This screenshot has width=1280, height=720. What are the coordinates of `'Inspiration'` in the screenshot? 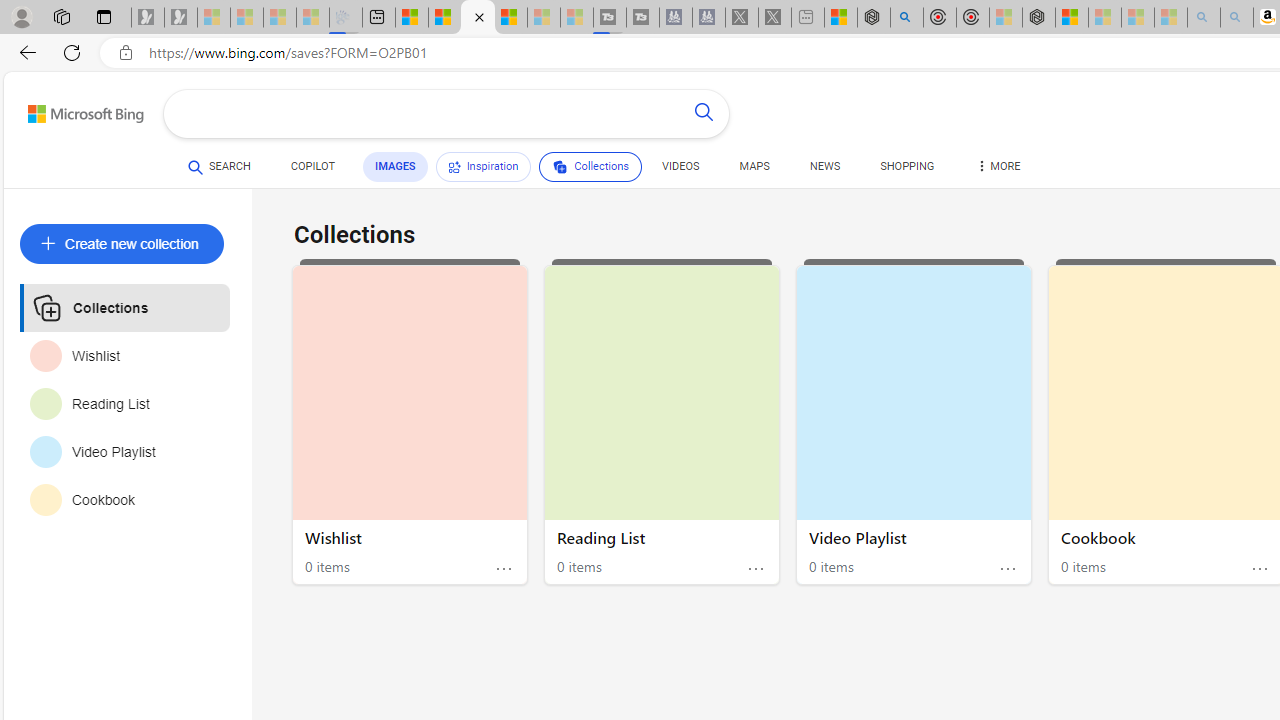 It's located at (483, 165).